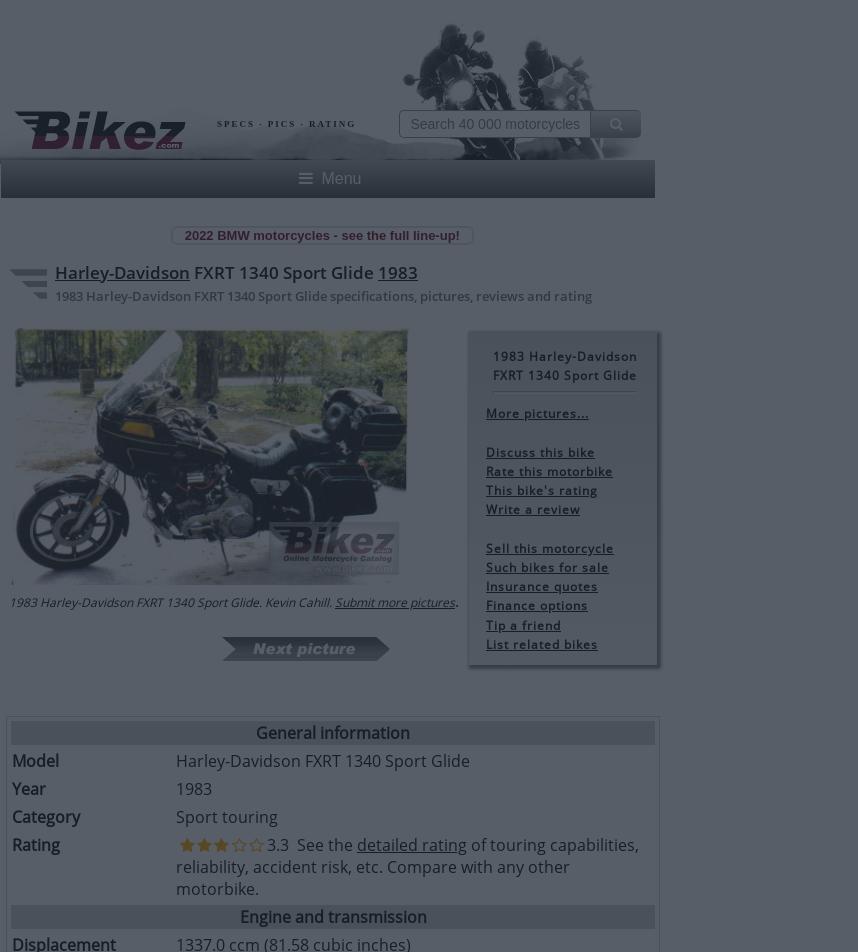  I want to click on 'Insurance quotes', so click(541, 586).